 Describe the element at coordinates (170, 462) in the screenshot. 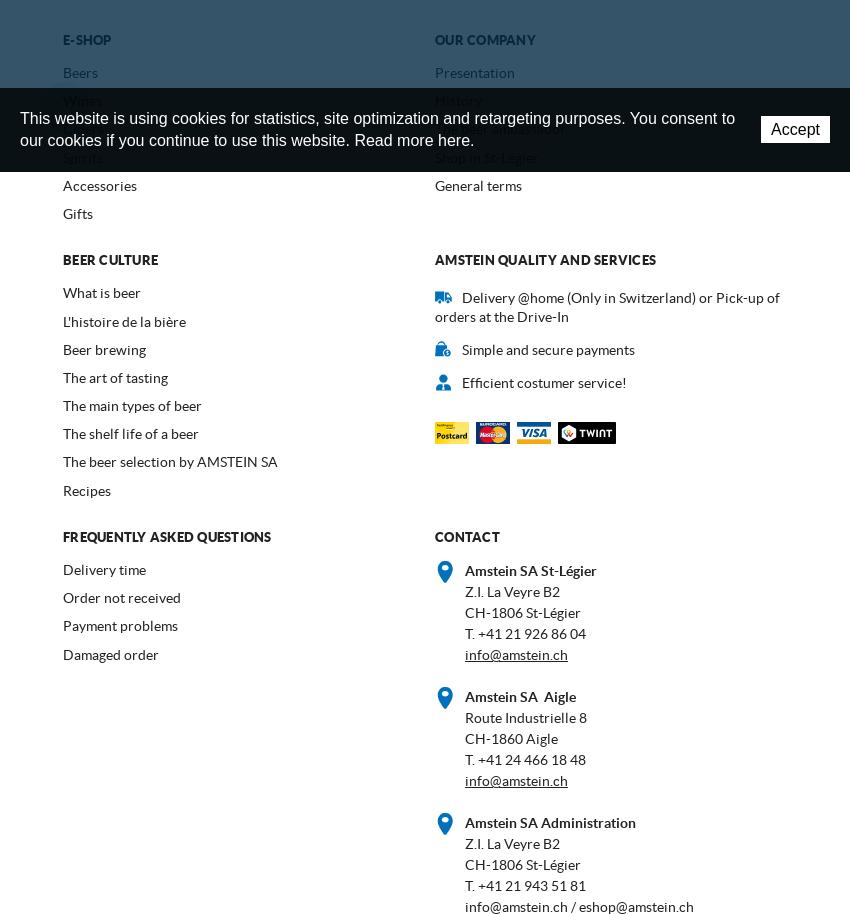

I see `'The beer selection by AMSTEIN SA'` at that location.